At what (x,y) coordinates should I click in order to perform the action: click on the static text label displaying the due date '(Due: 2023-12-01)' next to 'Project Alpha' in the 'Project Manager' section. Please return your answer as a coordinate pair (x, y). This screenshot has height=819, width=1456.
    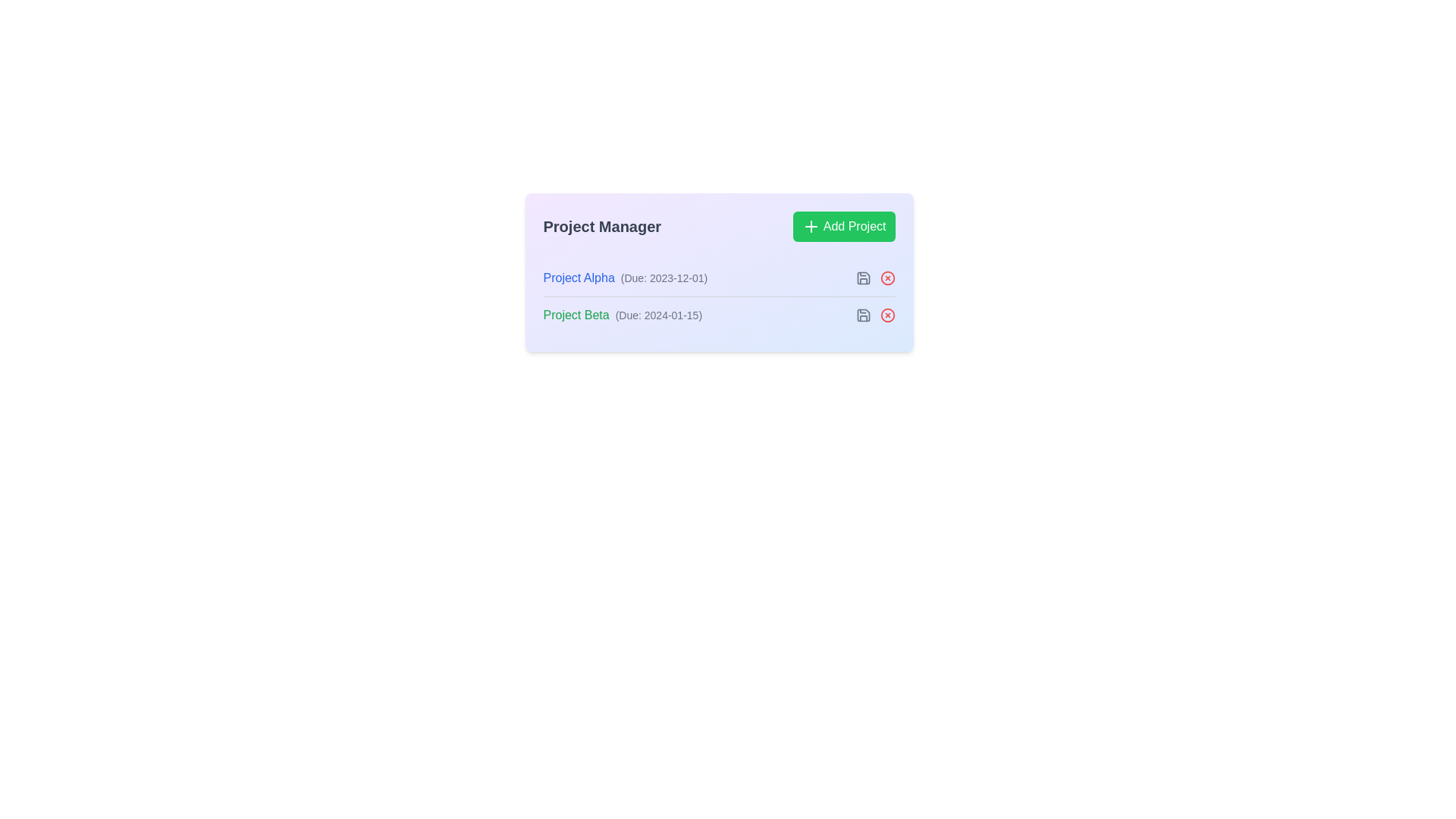
    Looking at the image, I should click on (664, 278).